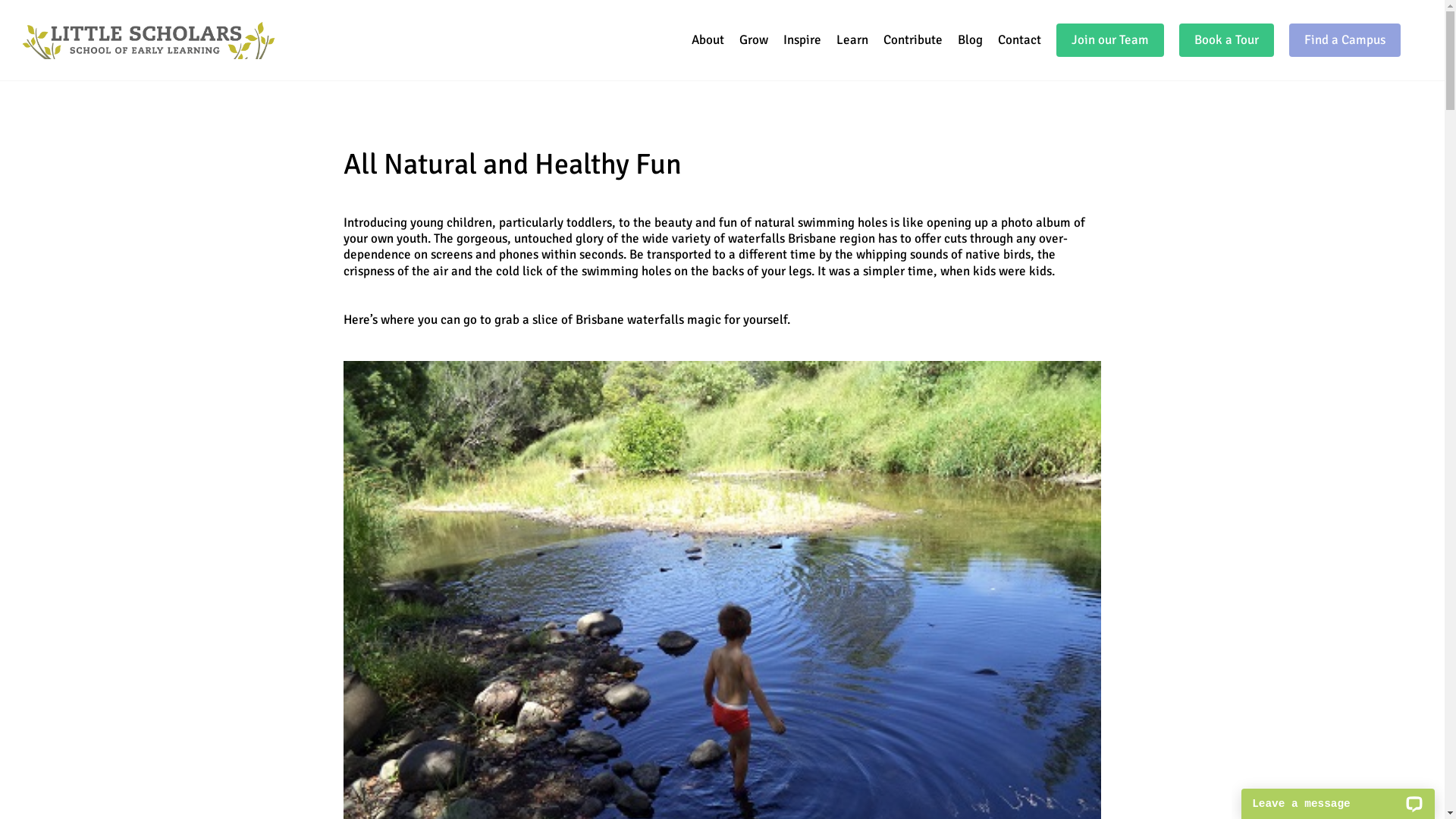 Image resolution: width=1456 pixels, height=819 pixels. I want to click on 'Contact', so click(1019, 39).